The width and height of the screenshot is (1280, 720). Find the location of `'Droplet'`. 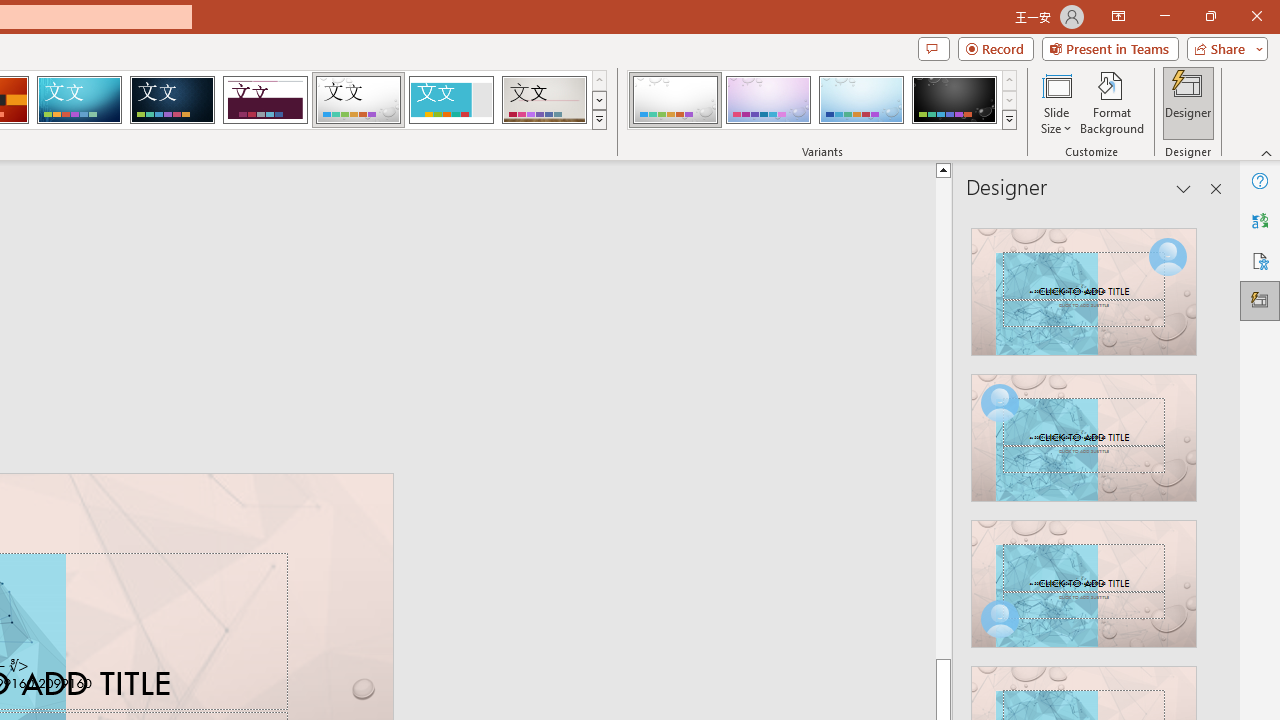

'Droplet' is located at coordinates (358, 100).